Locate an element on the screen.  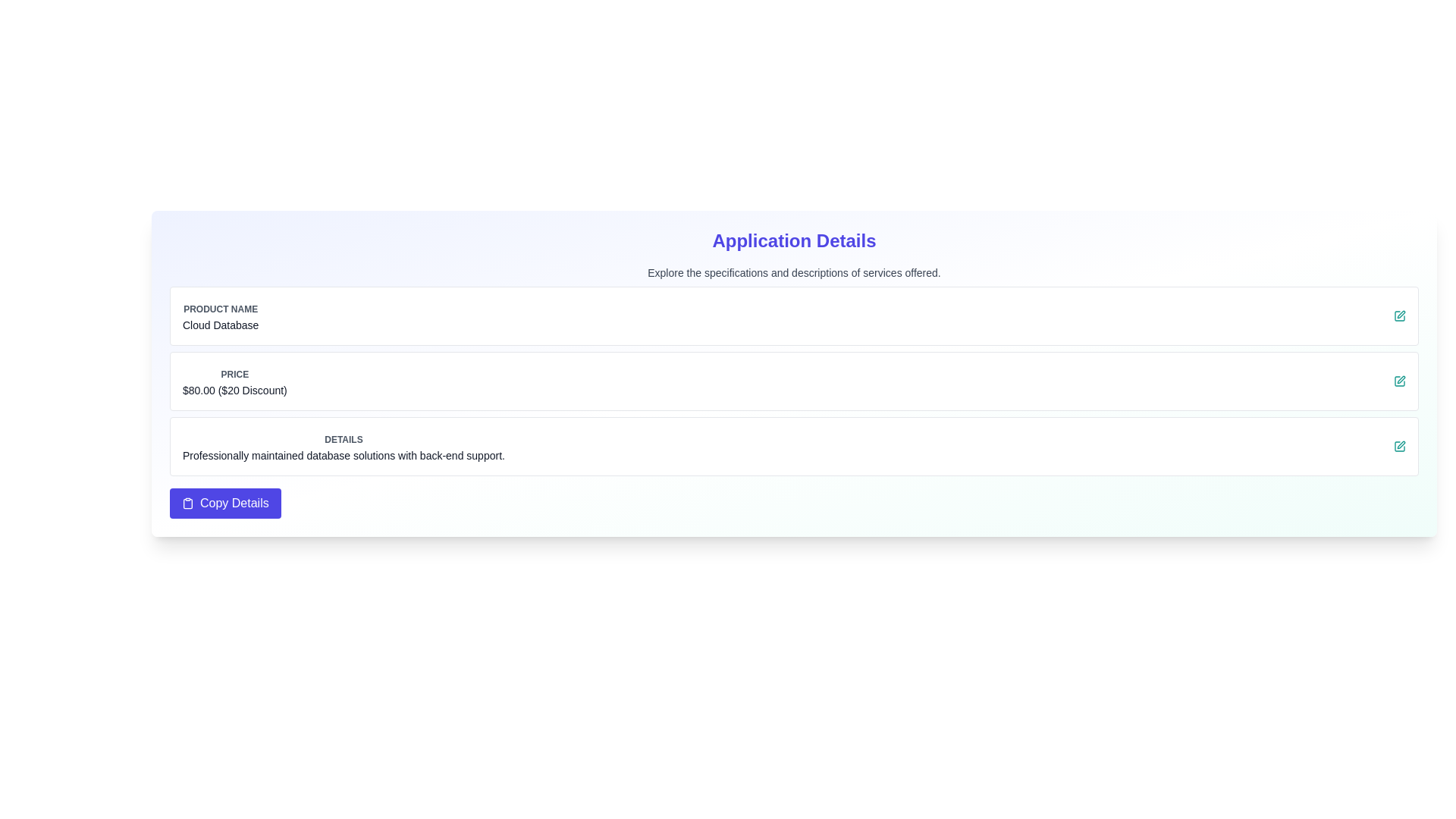
the static text displaying 'Professionally maintained database solutions with back-end support.' located in the 'Details' section below the 'Details' heading is located at coordinates (343, 455).